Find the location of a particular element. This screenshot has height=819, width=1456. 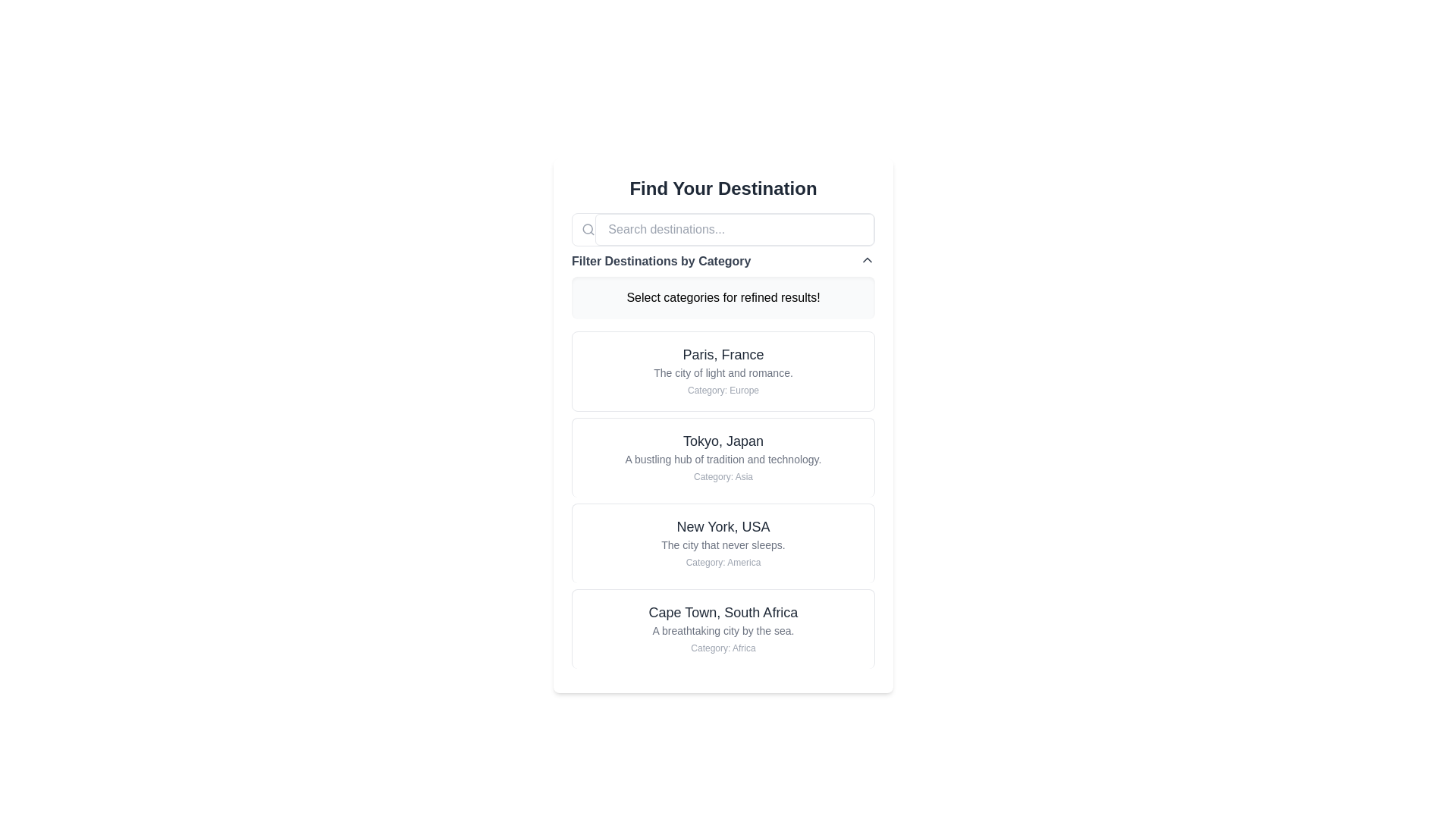

the Text Label displaying 'The city that never sleeps.' which is styled in a small gray font and located within the 'New York, USA' card is located at coordinates (723, 544).